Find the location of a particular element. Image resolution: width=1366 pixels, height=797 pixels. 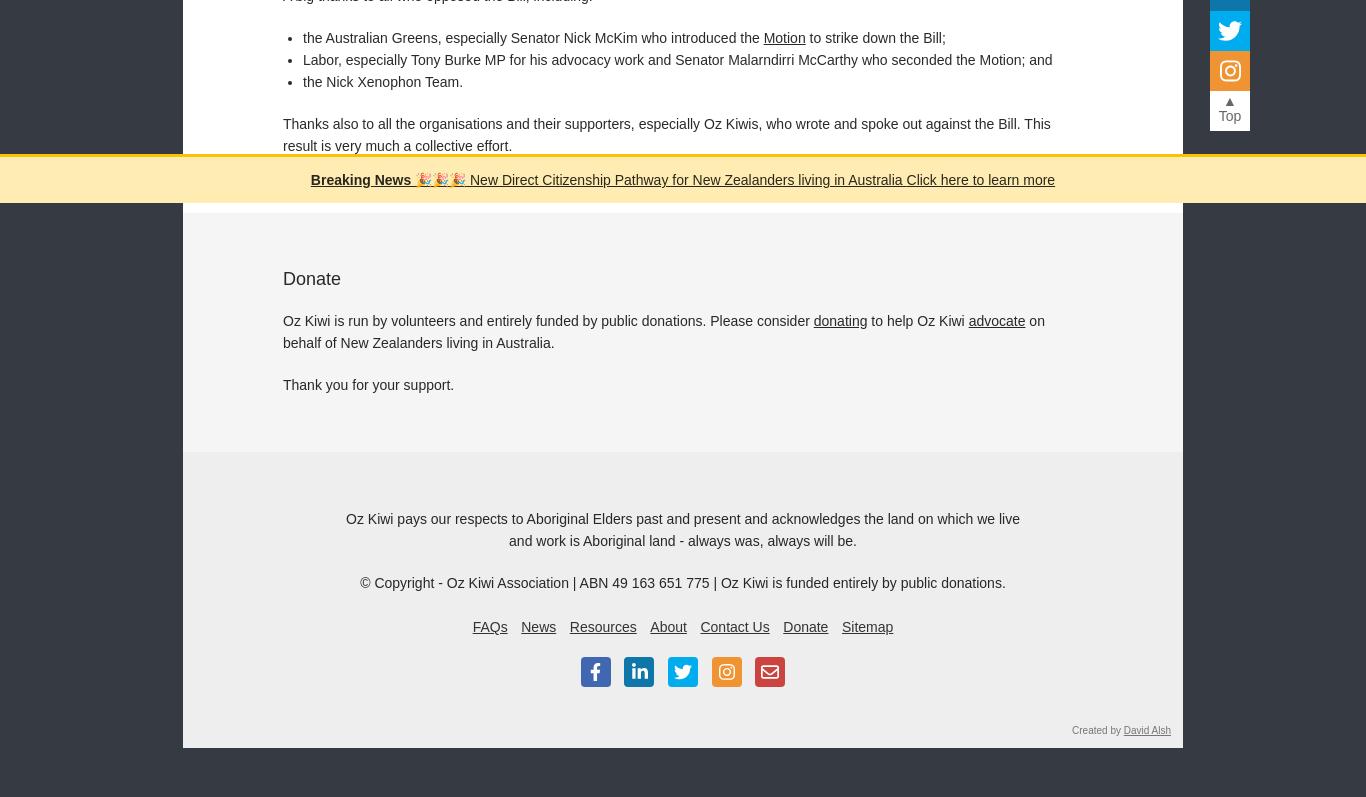

'Breaking News 🎉🎉🎉' is located at coordinates (386, 179).